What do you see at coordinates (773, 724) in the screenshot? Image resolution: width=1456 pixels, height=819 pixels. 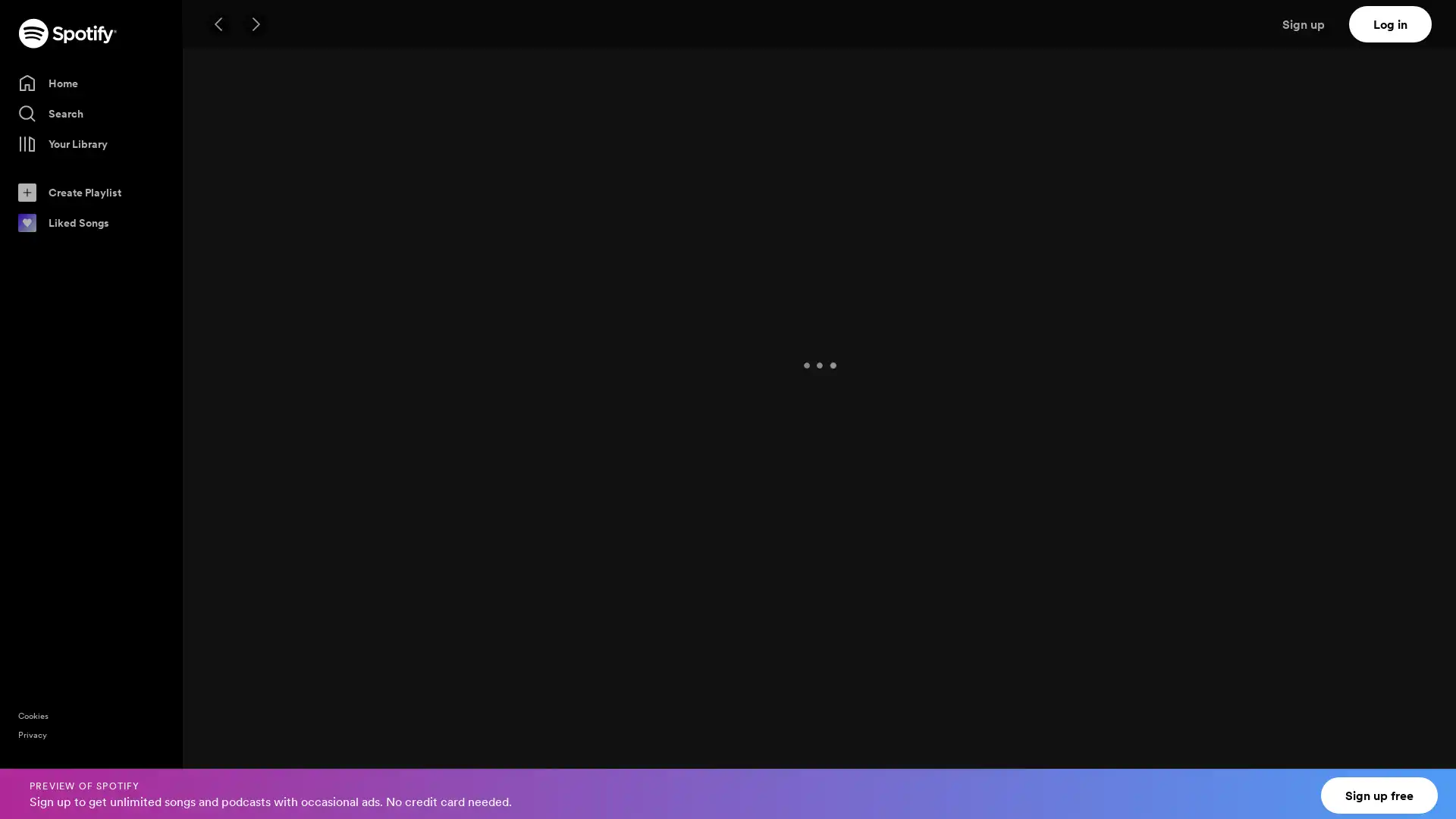 I see `Play Galva-Nice` at bounding box center [773, 724].